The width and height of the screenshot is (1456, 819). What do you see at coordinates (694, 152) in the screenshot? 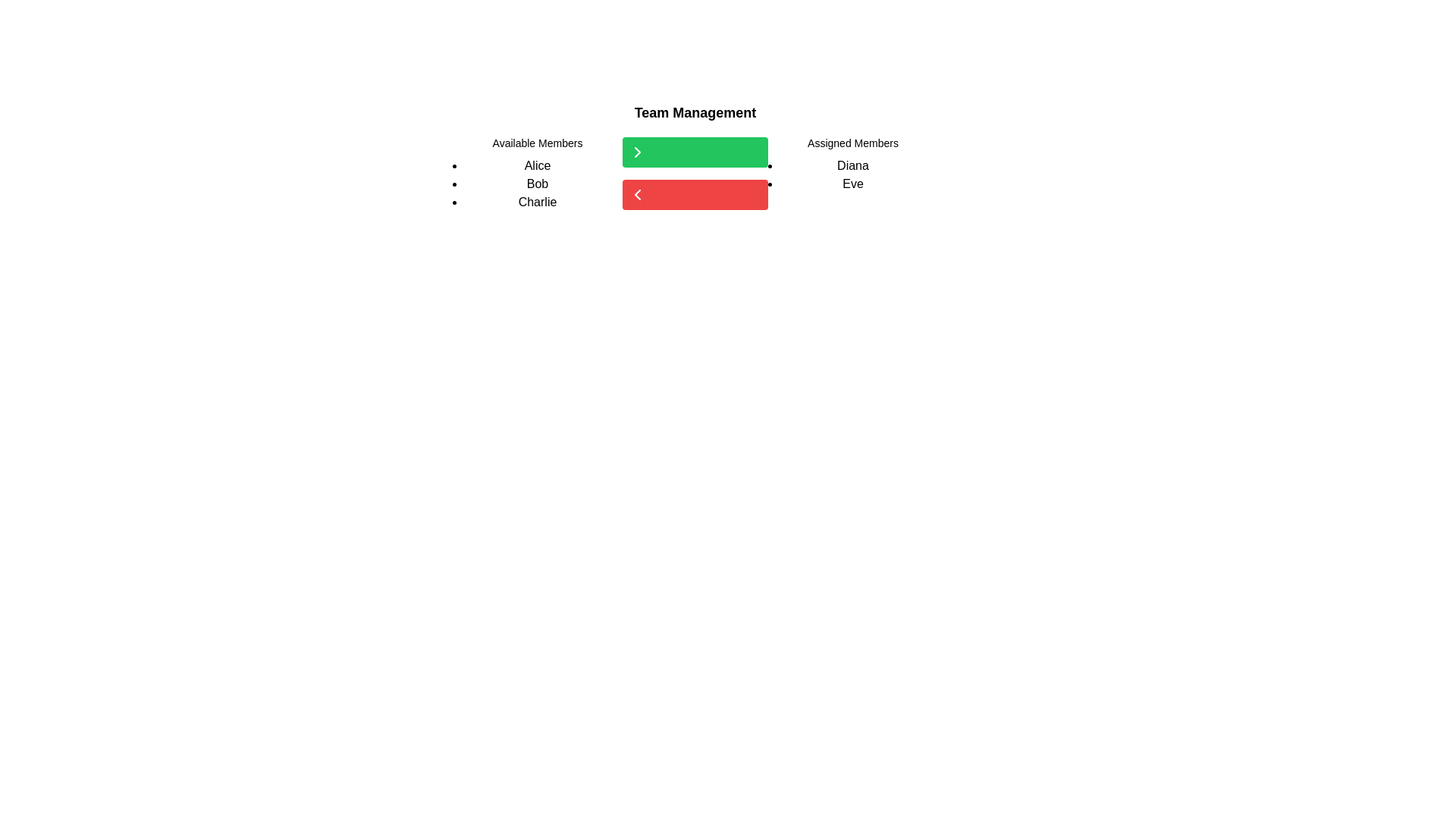
I see `the first button that transfers items from the 'Available Members' list to the 'Assigned Members' list` at bounding box center [694, 152].